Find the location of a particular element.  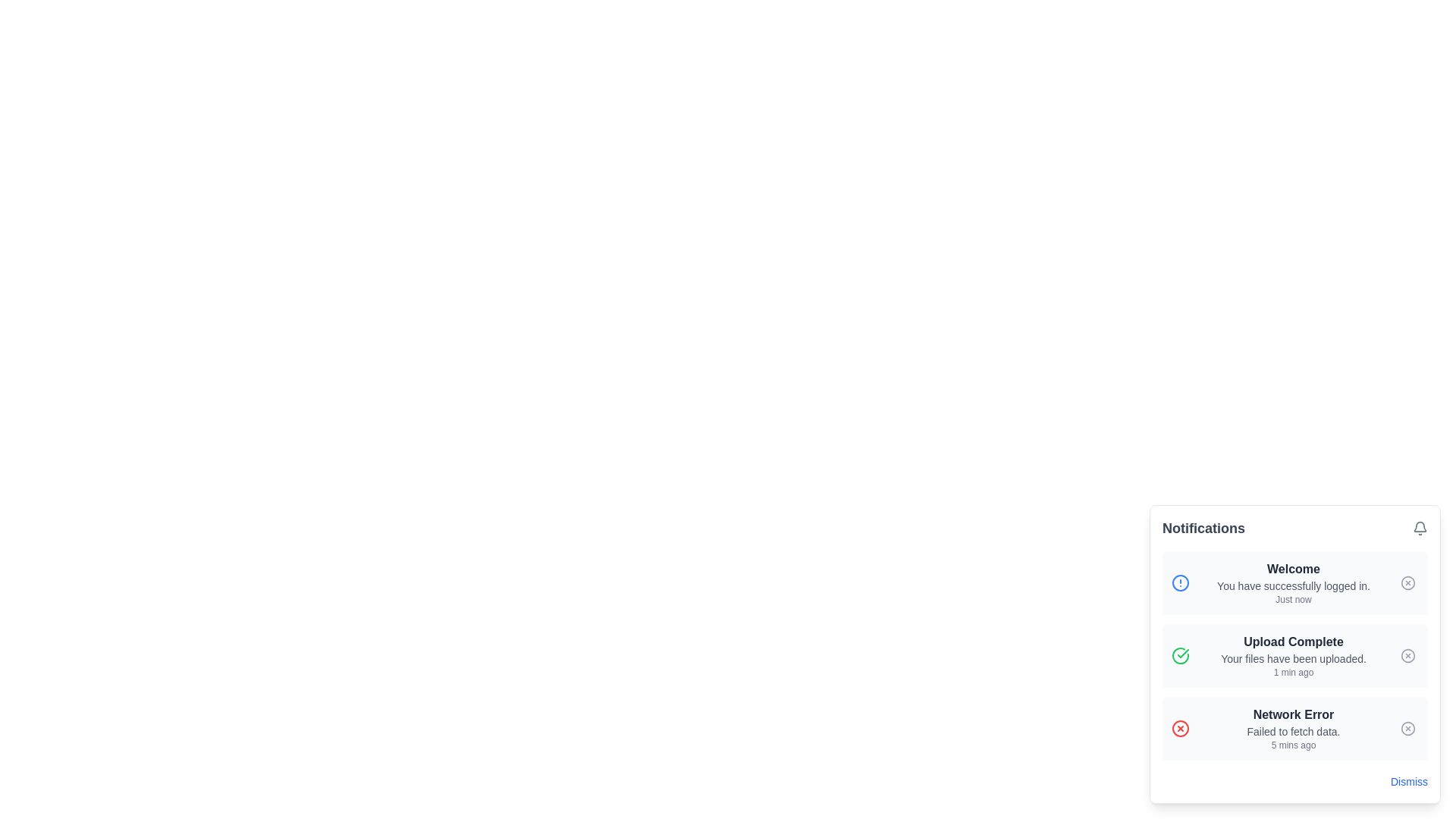

the upper body of the bell icon located in the top-right corner of the Notifications panel is located at coordinates (1419, 526).